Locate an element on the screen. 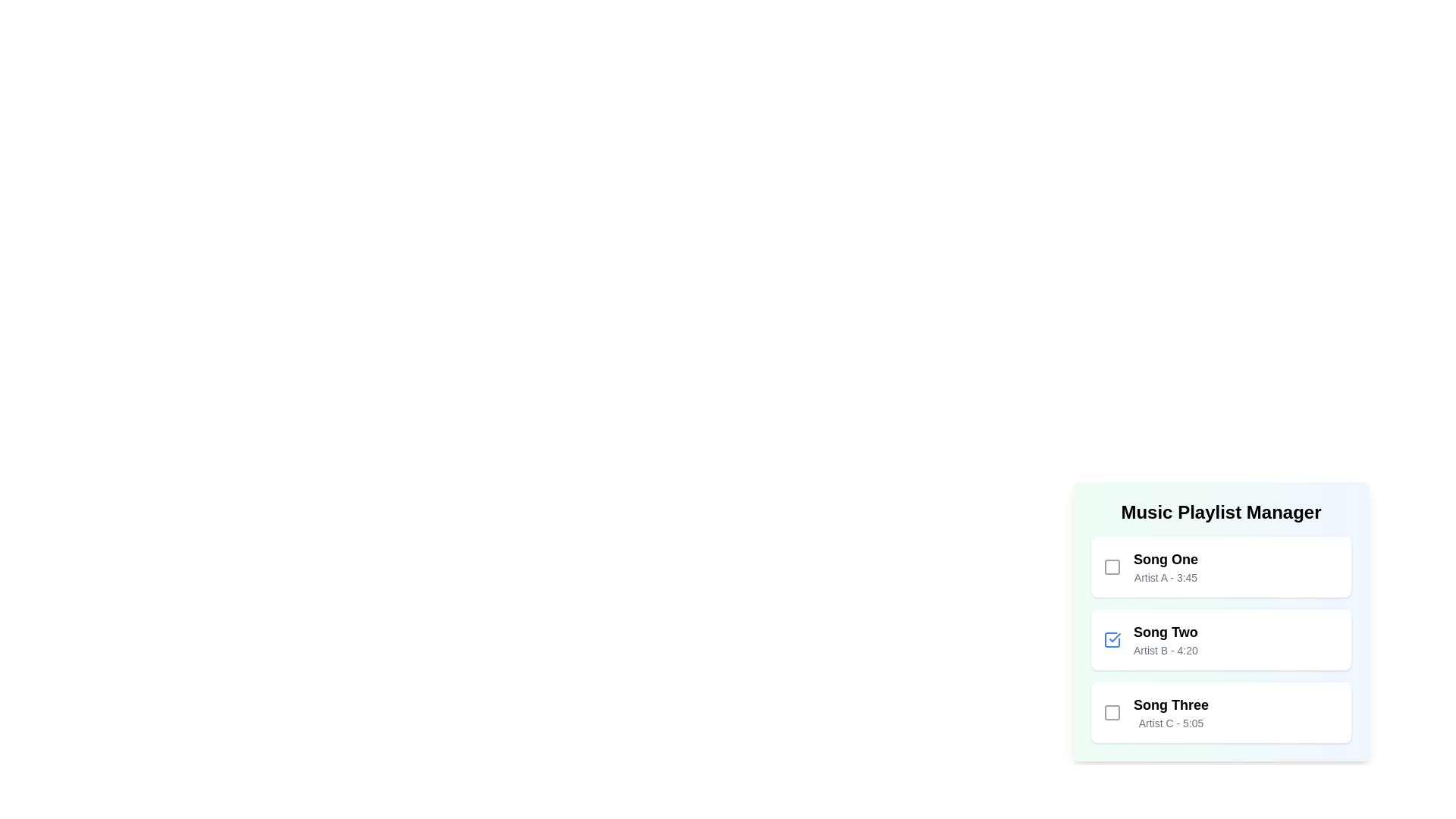  text label displaying the title of the second song in the playlist, located in the middle of the interface below 'Music Playlist Manager' is located at coordinates (1165, 632).